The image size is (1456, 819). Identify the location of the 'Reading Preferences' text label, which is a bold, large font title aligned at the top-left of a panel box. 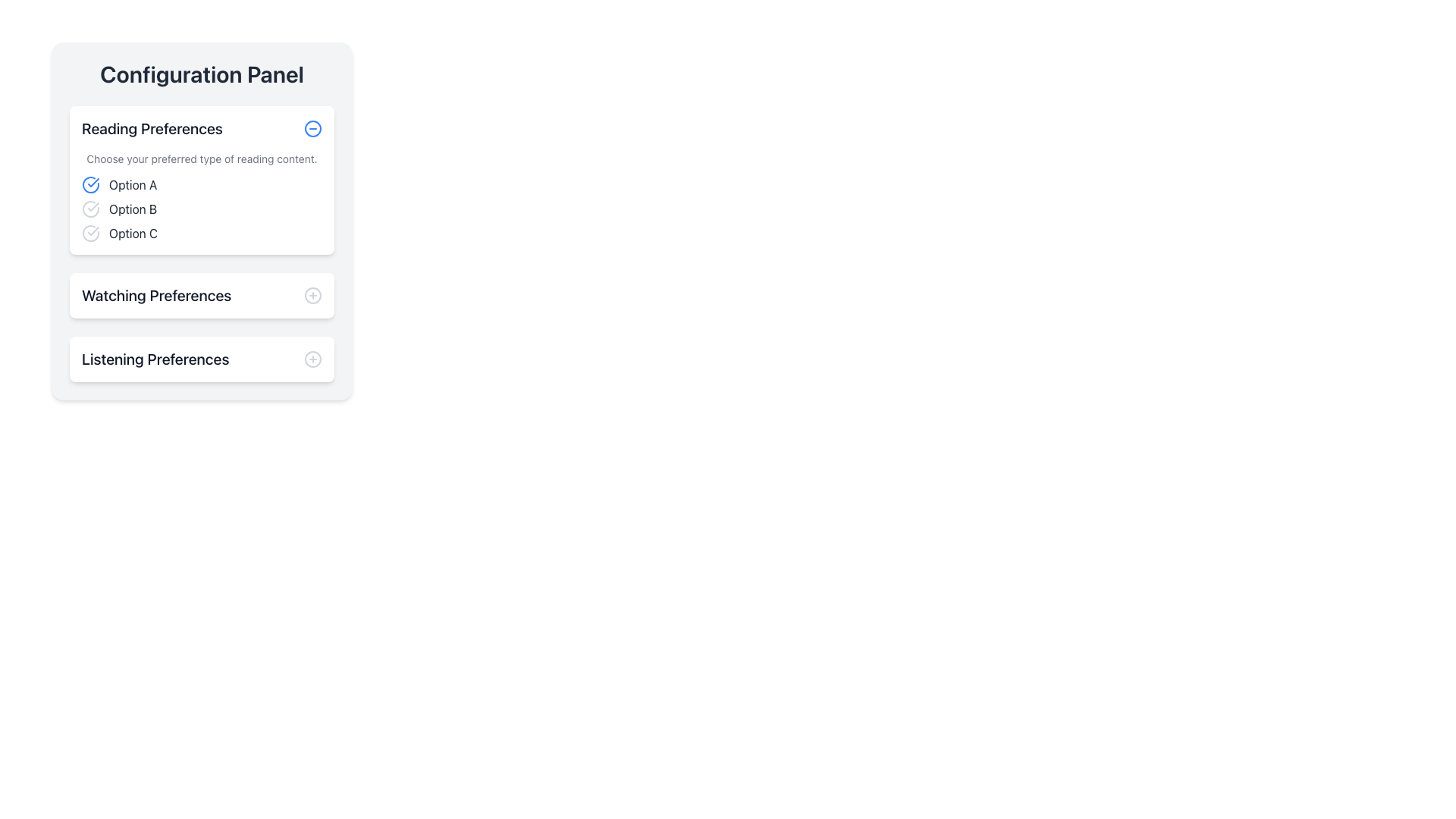
(152, 127).